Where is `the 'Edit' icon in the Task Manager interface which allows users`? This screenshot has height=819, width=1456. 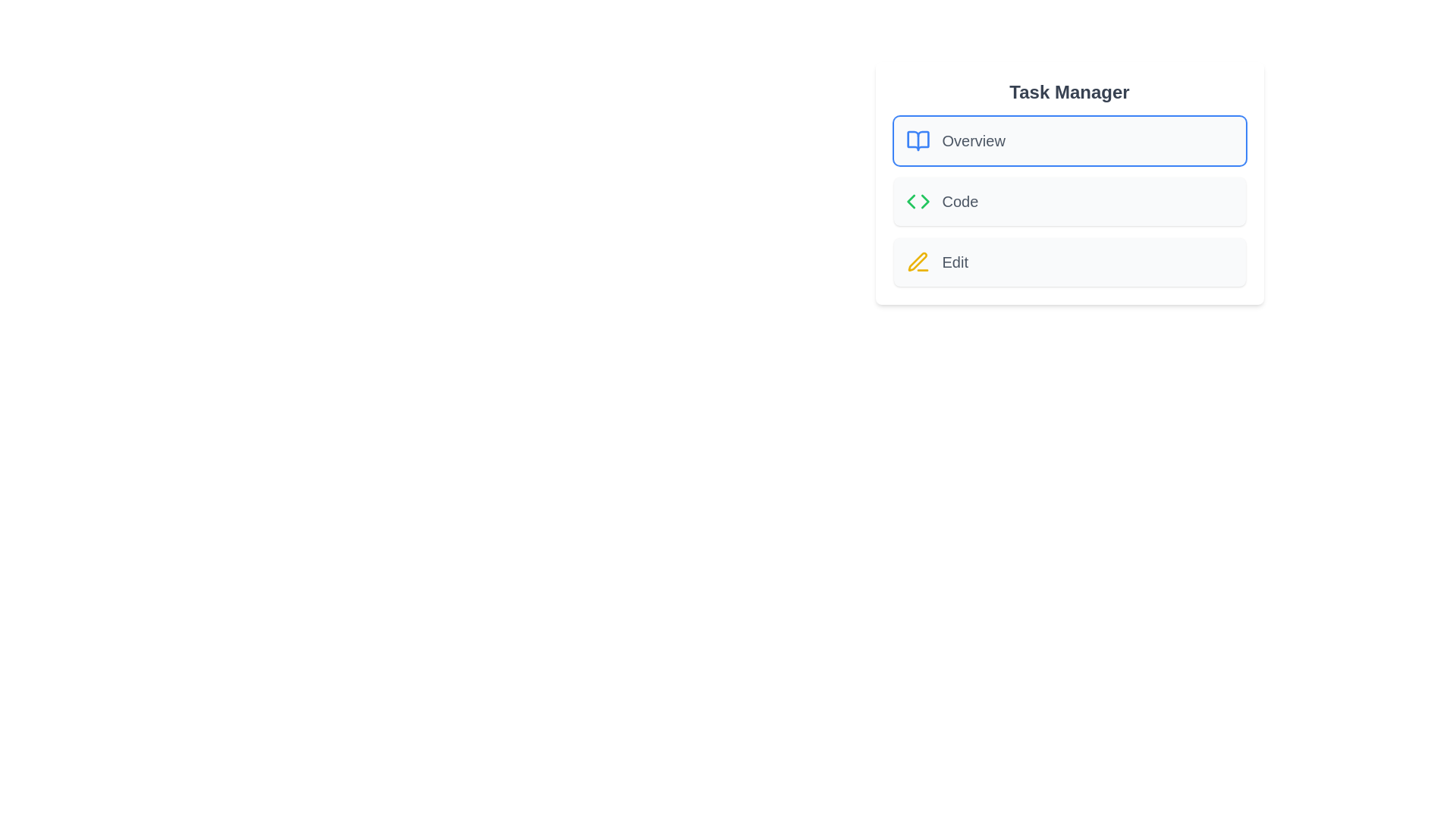 the 'Edit' icon in the Task Manager interface which allows users is located at coordinates (916, 261).